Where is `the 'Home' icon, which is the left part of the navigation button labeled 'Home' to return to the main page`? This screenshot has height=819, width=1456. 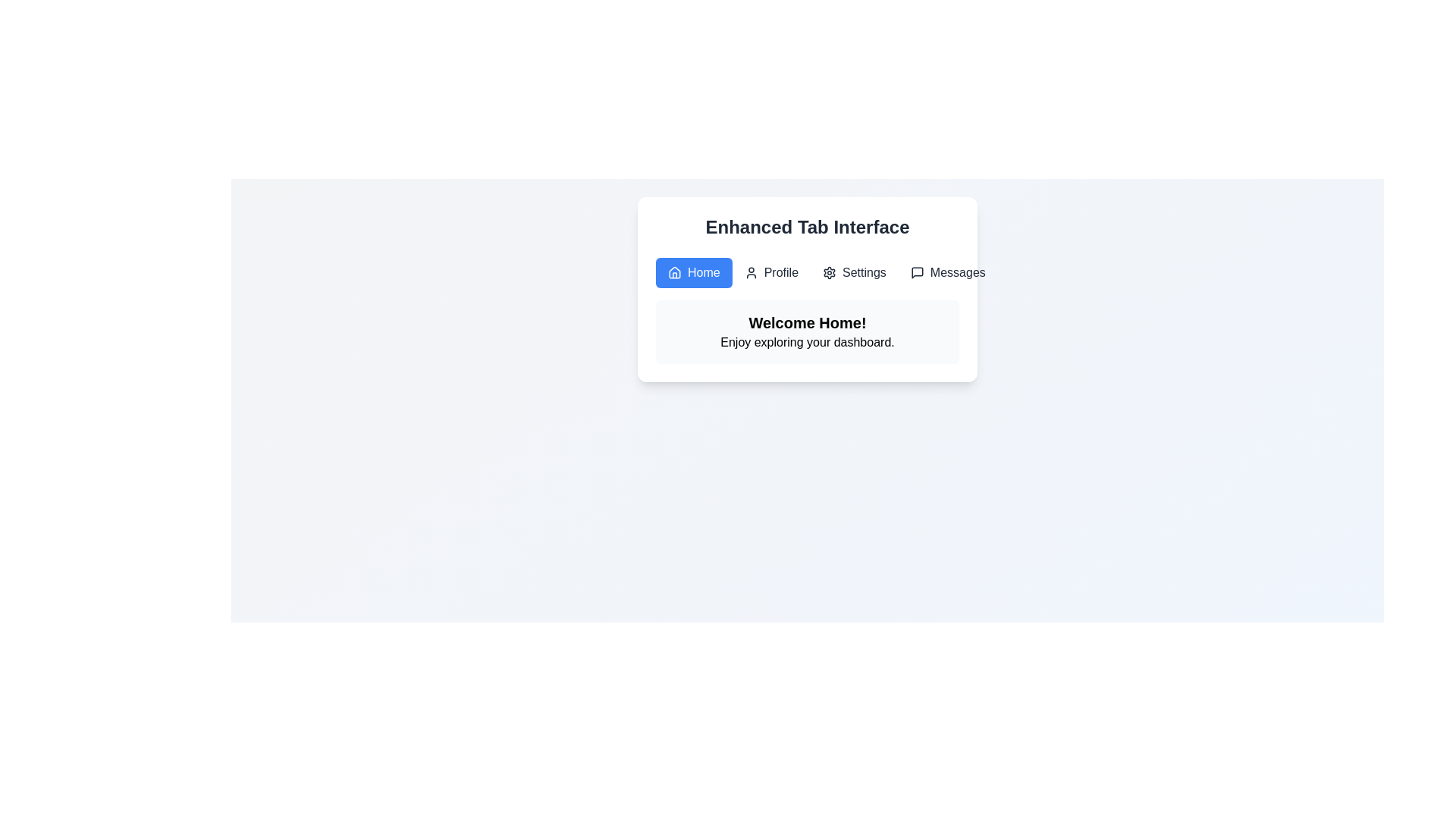
the 'Home' icon, which is the left part of the navigation button labeled 'Home' to return to the main page is located at coordinates (673, 271).